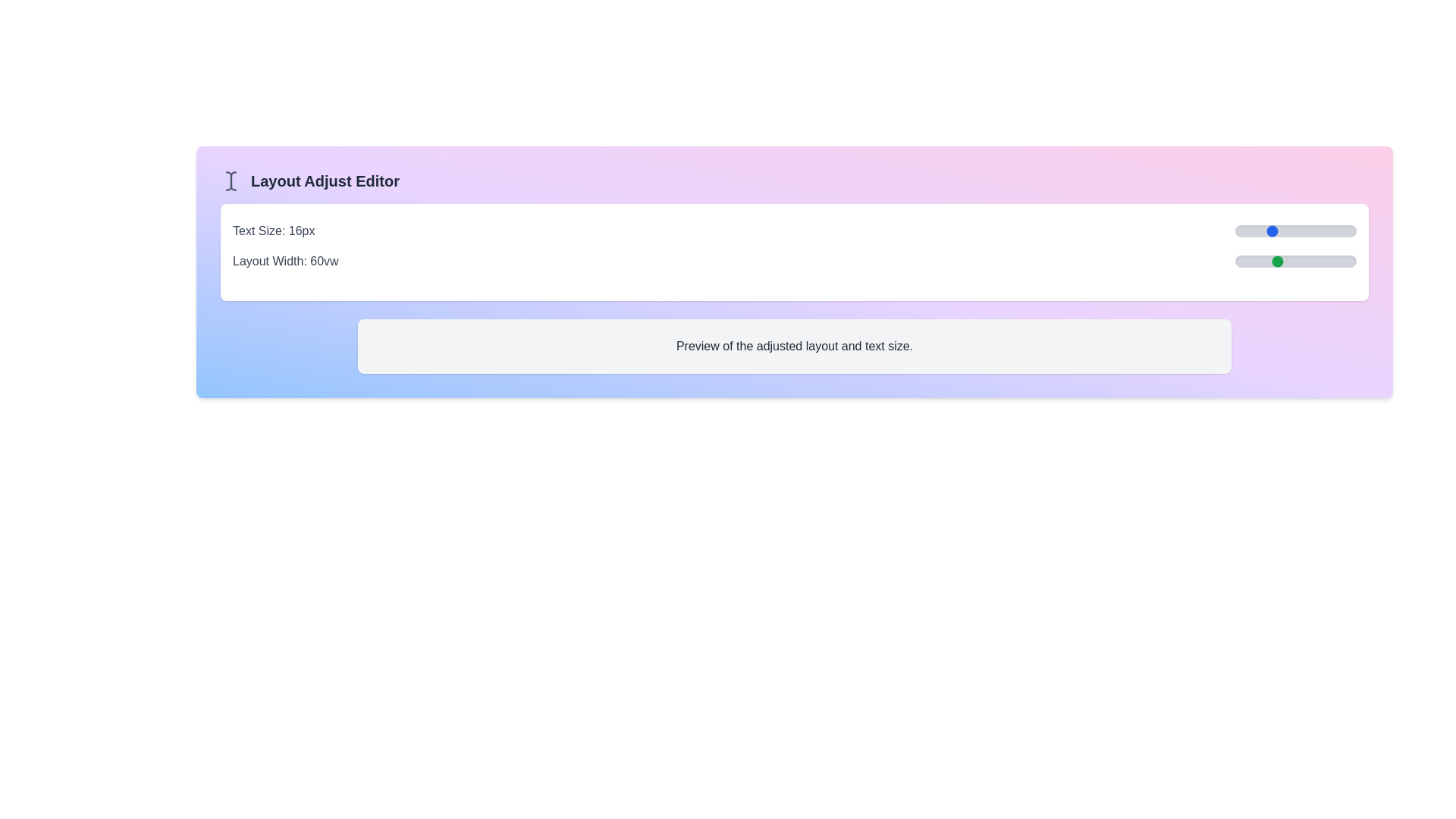  I want to click on the slider, so click(1312, 231).